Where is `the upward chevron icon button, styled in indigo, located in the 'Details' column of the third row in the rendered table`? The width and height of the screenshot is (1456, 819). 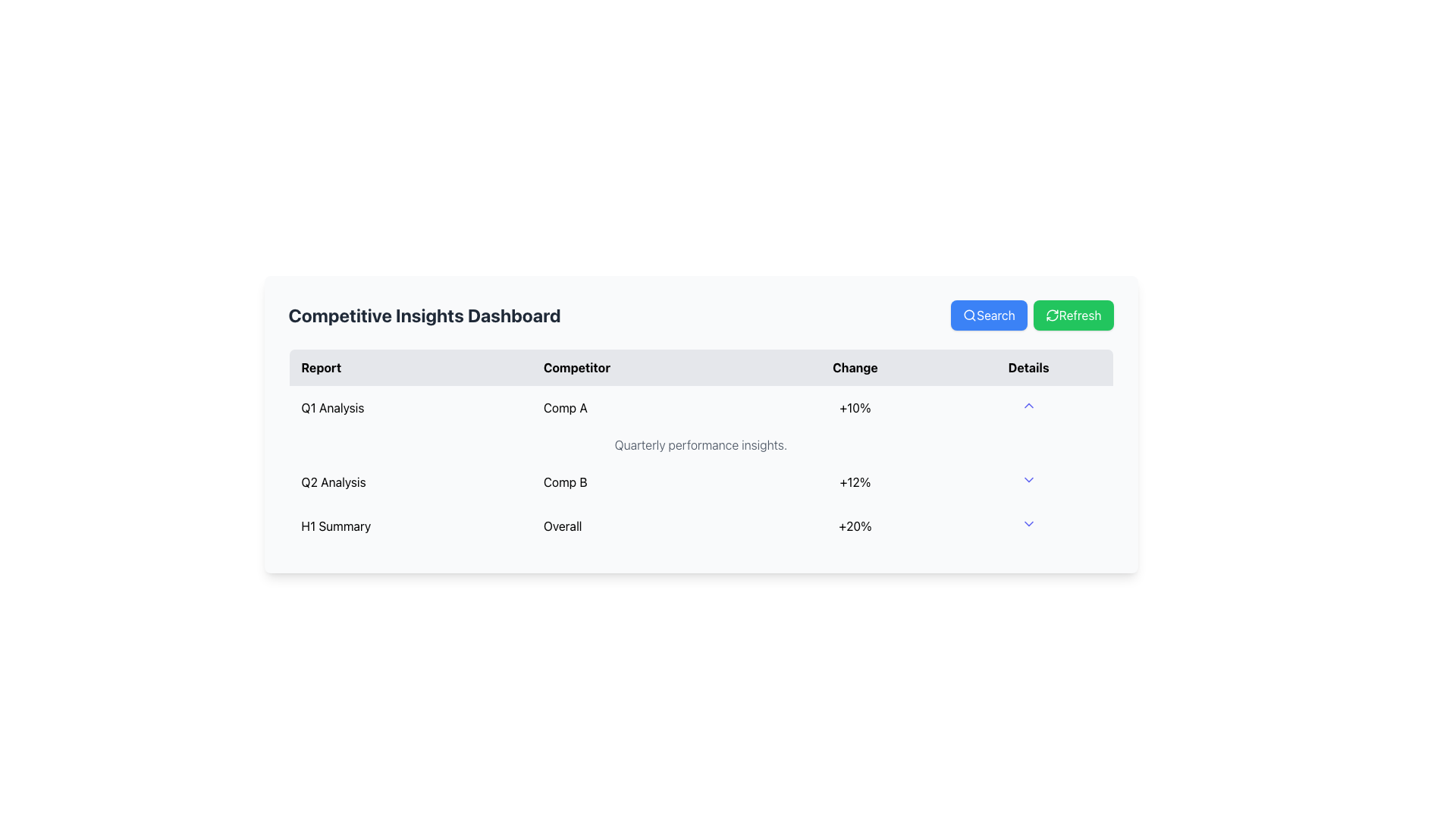
the upward chevron icon button, styled in indigo, located in the 'Details' column of the third row in the rendered table is located at coordinates (1028, 405).